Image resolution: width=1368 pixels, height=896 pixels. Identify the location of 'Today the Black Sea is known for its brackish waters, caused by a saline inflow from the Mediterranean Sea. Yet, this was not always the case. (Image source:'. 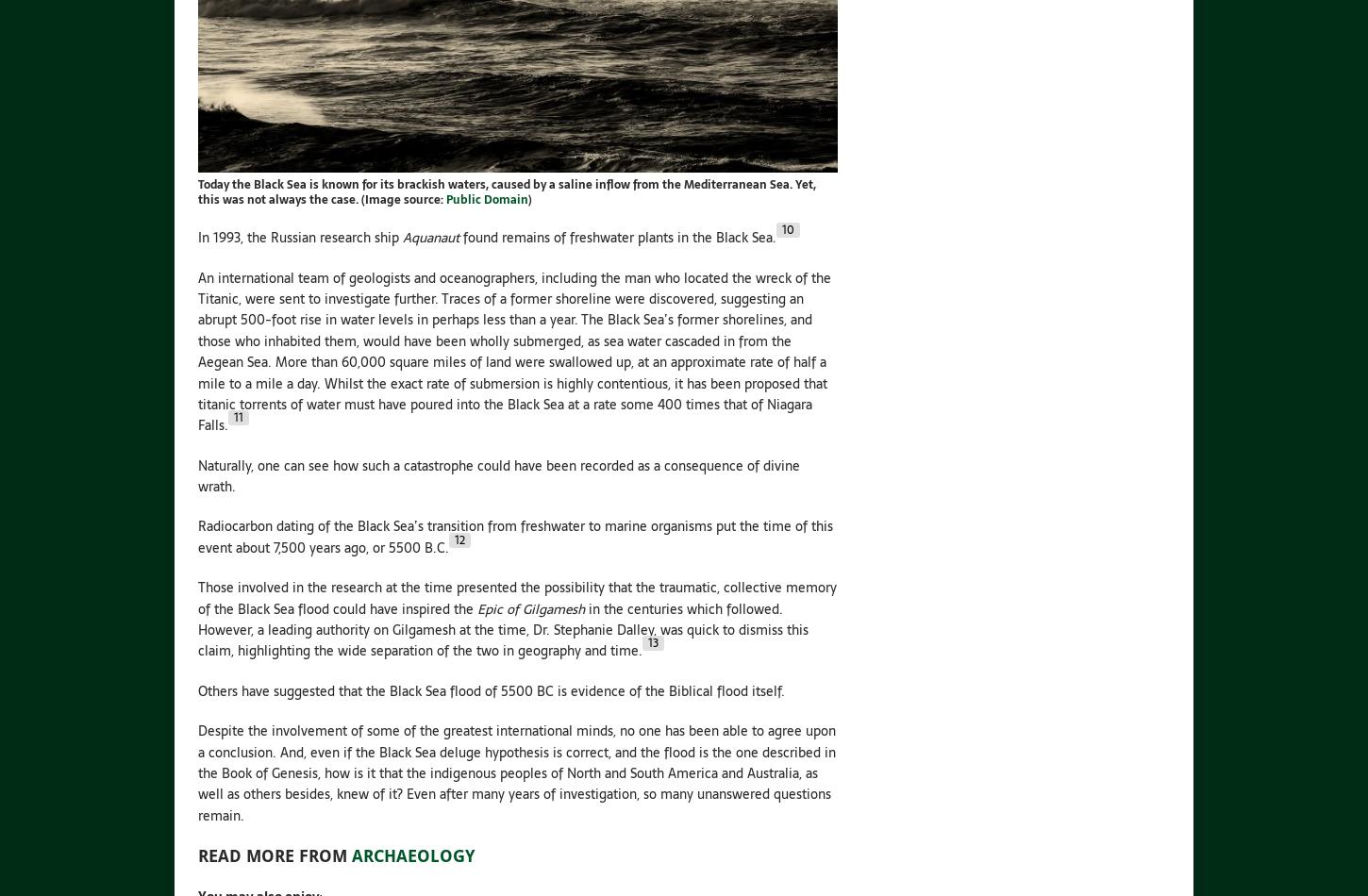
(507, 191).